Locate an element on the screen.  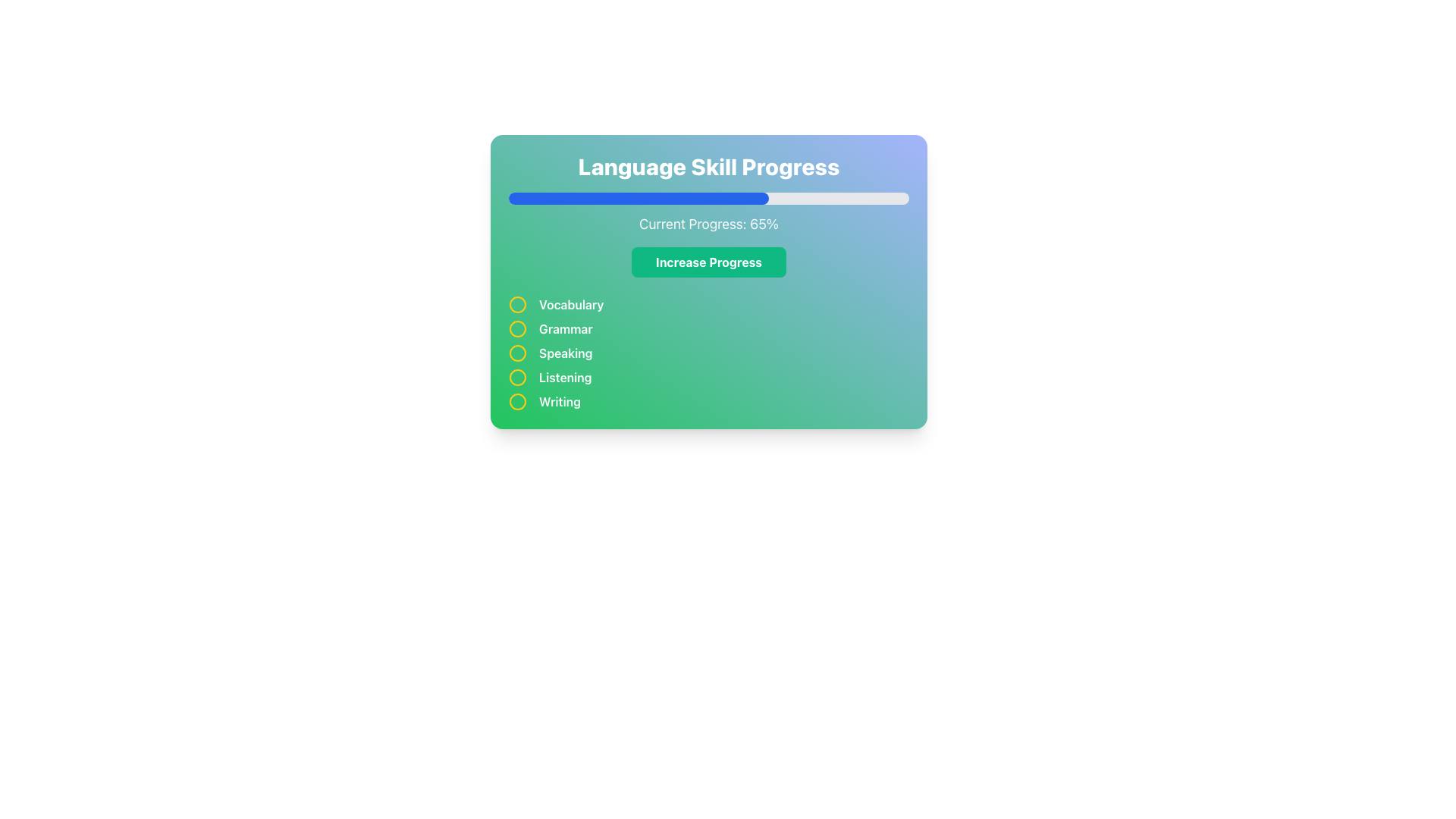
the 'Writing' skill text label, which is the last label in a vertically aligned list of skills, located at the bottom-right of the green box, directly below the 'Listening' label is located at coordinates (559, 400).